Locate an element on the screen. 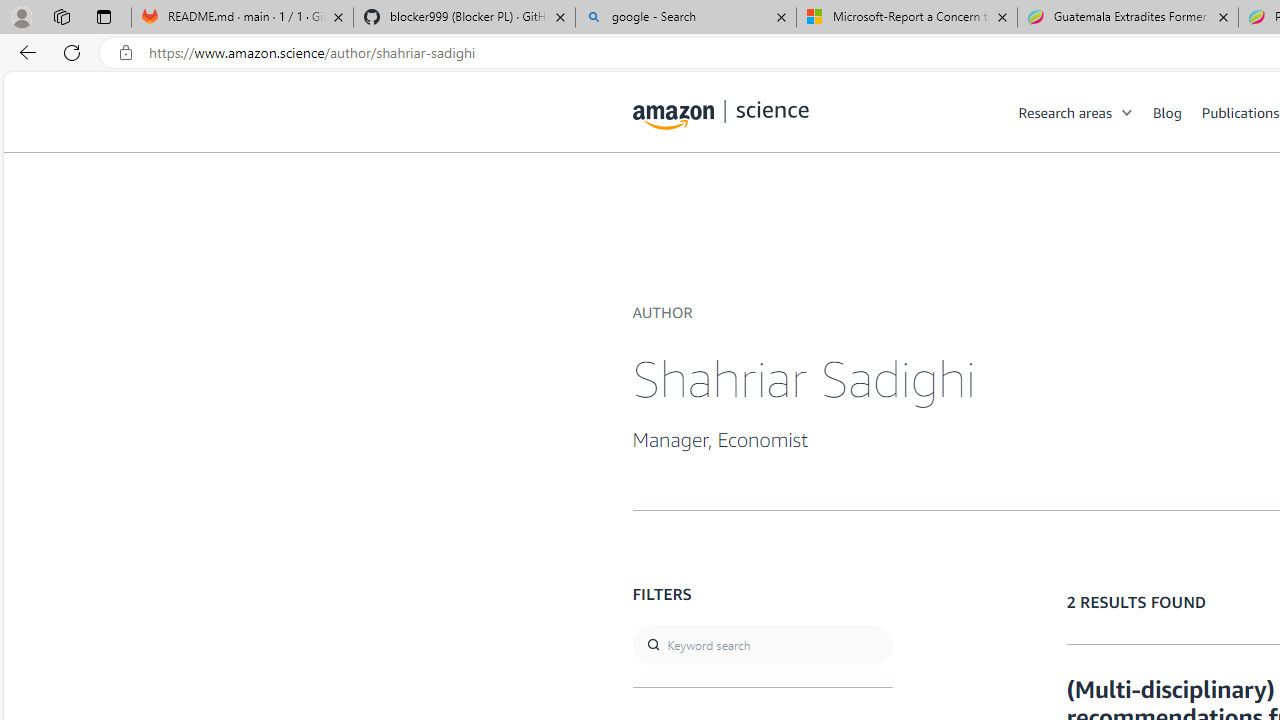 The image size is (1280, 720). 'Publications' is located at coordinates (1239, 111).